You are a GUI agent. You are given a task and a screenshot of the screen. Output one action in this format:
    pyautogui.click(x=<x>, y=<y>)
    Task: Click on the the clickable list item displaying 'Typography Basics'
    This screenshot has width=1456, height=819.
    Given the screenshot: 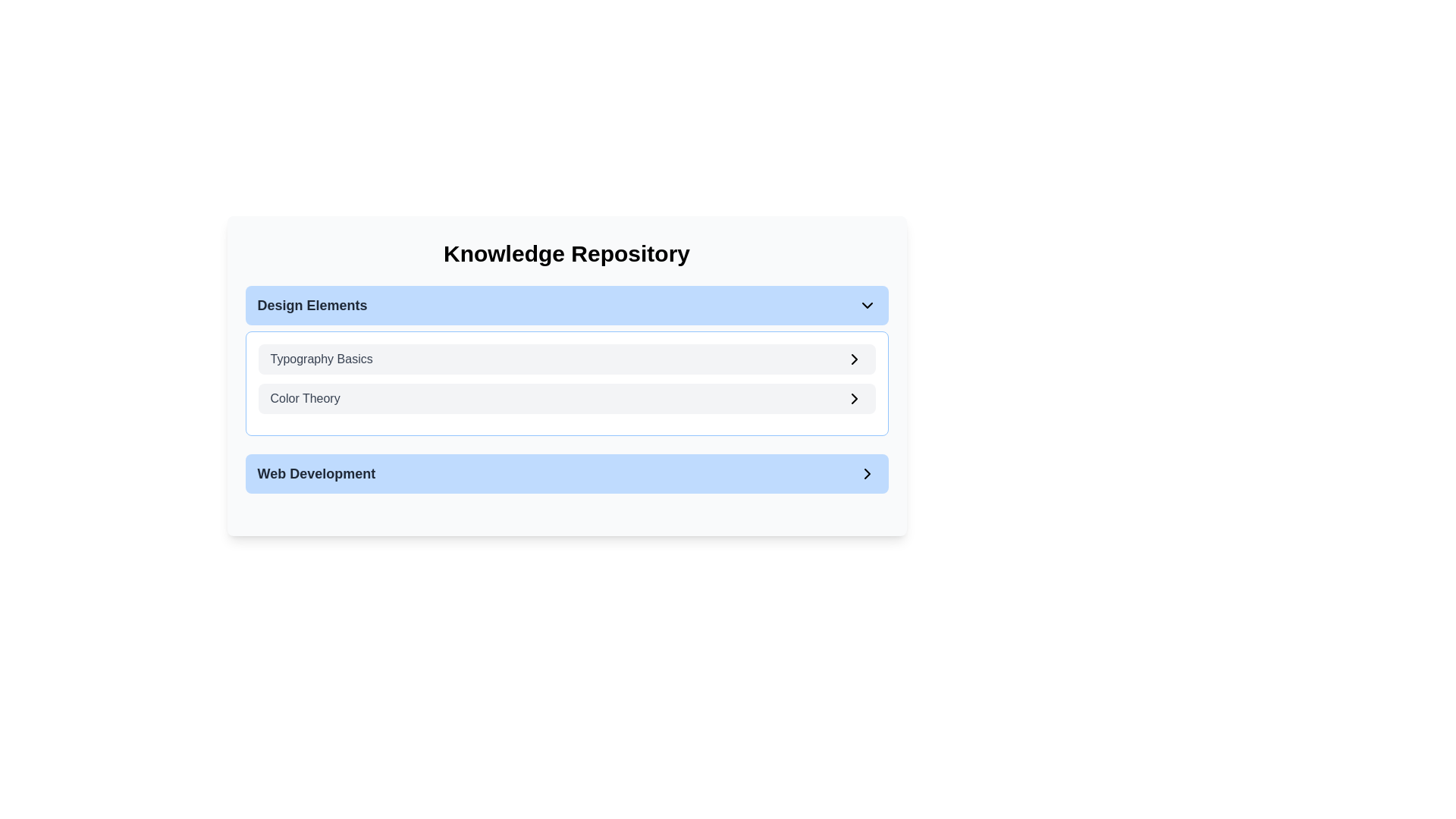 What is the action you would take?
    pyautogui.click(x=566, y=359)
    